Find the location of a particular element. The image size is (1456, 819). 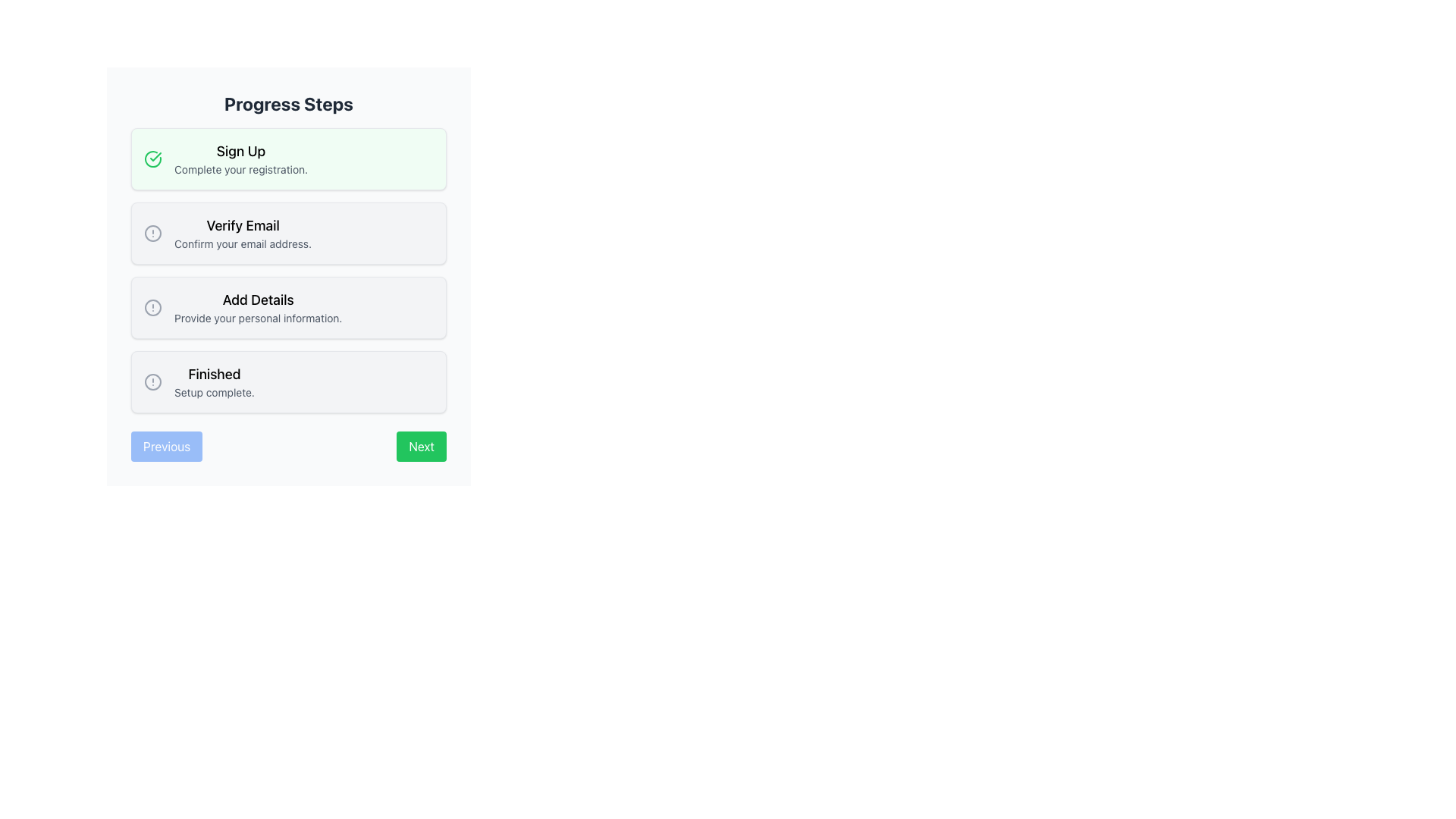

the static textual description located beneath the 'Verify Email' heading in the second step of the progress list is located at coordinates (243, 243).